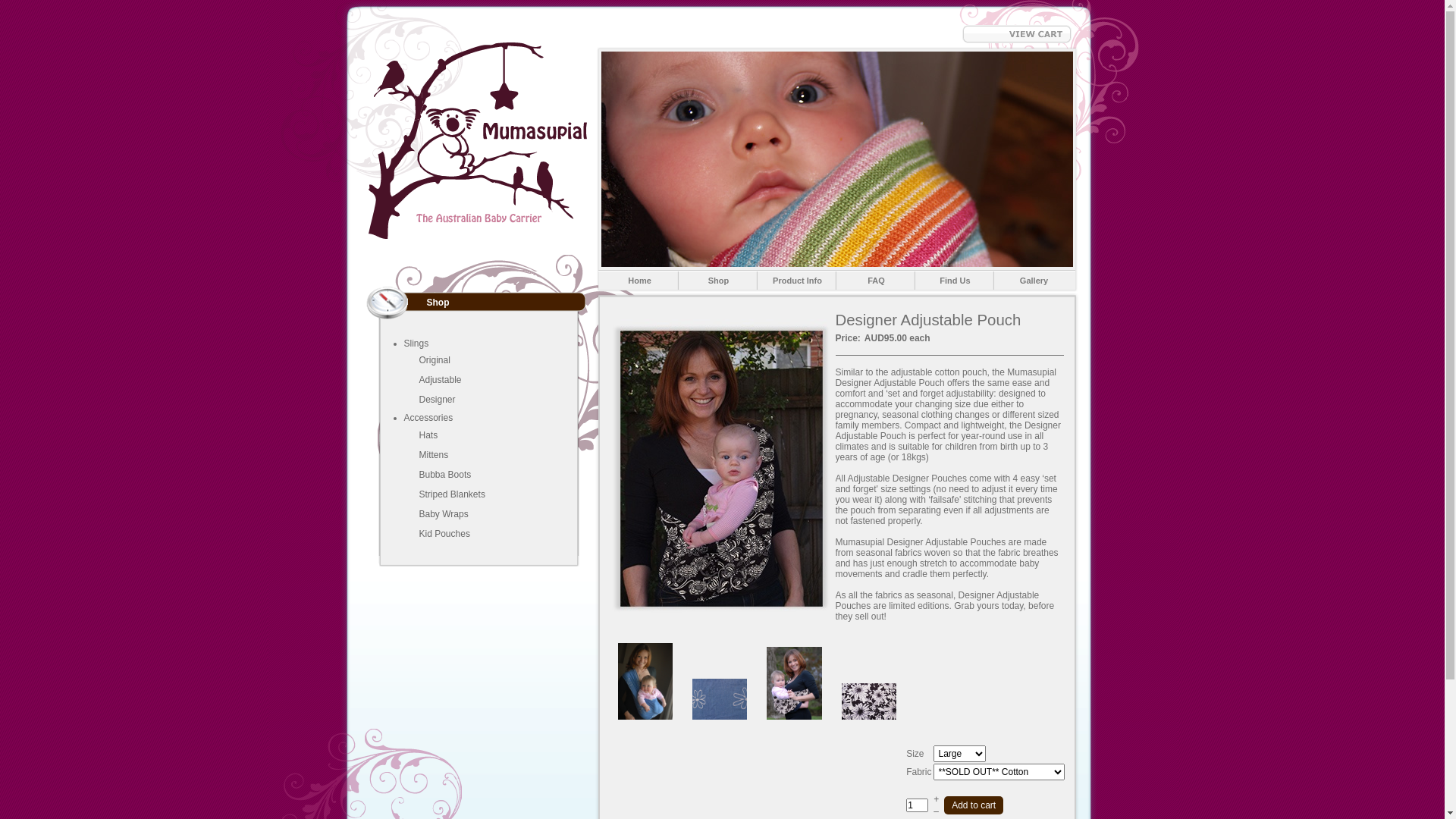 The image size is (1456, 819). I want to click on 'Striped Blankets', so click(450, 494).